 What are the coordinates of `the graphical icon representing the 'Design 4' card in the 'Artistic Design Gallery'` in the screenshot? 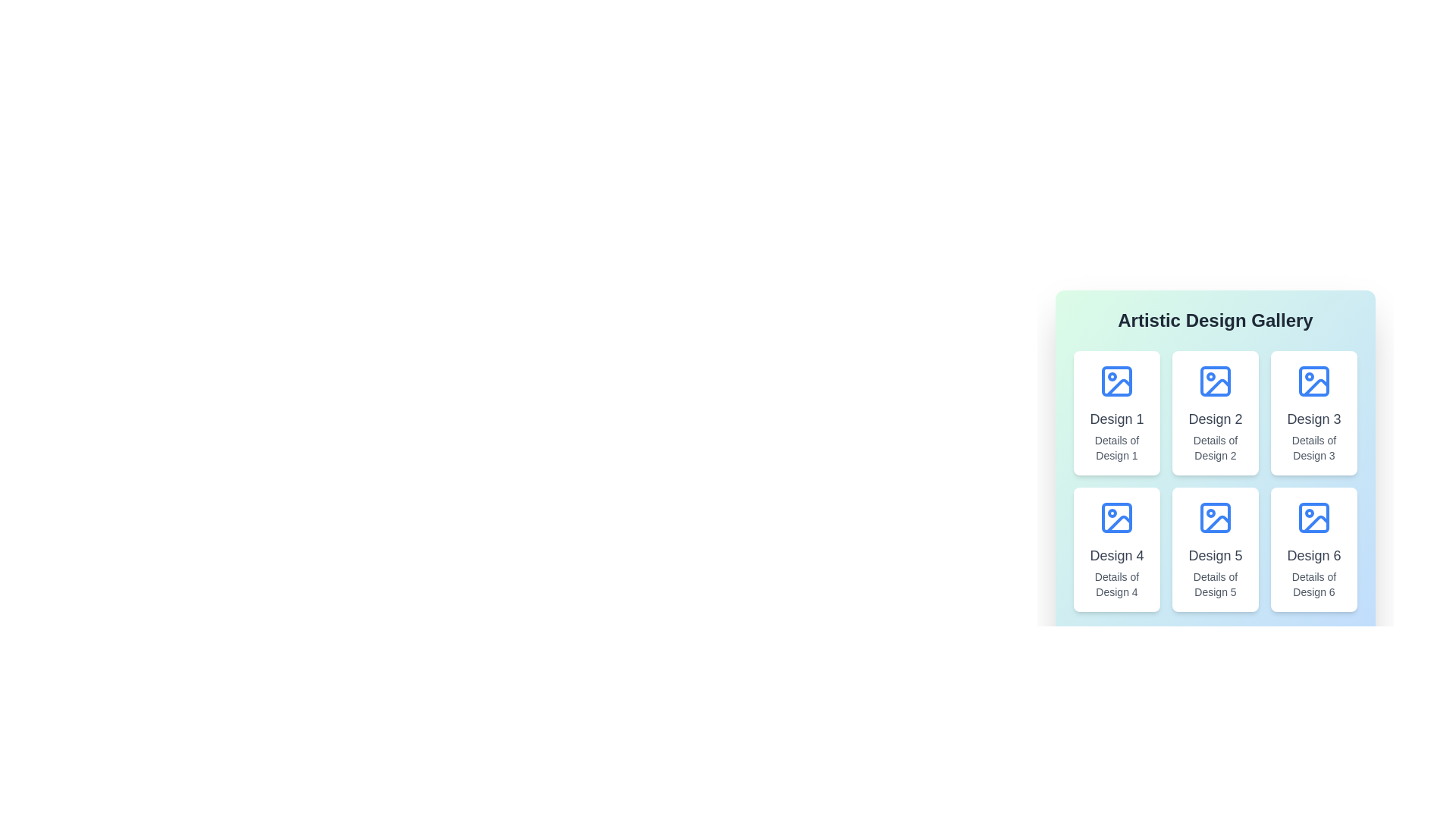 It's located at (1117, 516).